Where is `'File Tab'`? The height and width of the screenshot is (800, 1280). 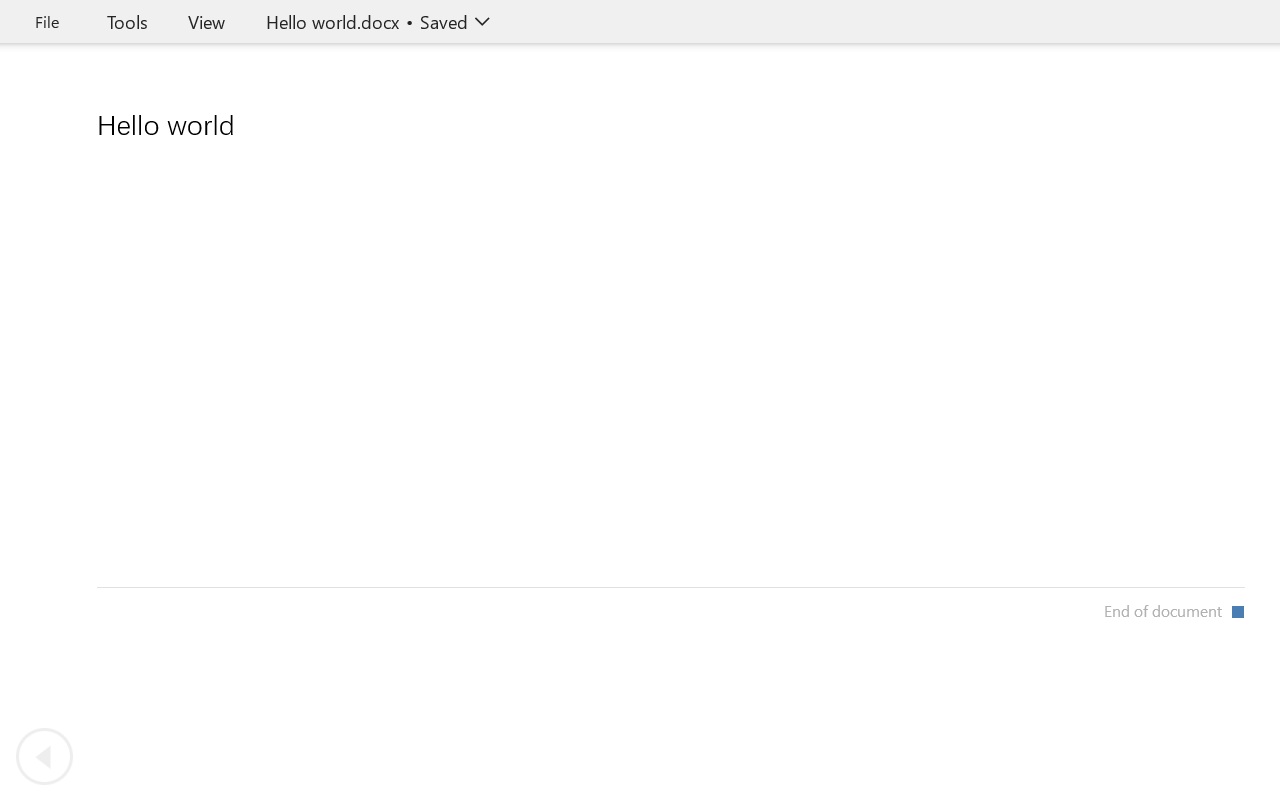
'File Tab' is located at coordinates (46, 21).